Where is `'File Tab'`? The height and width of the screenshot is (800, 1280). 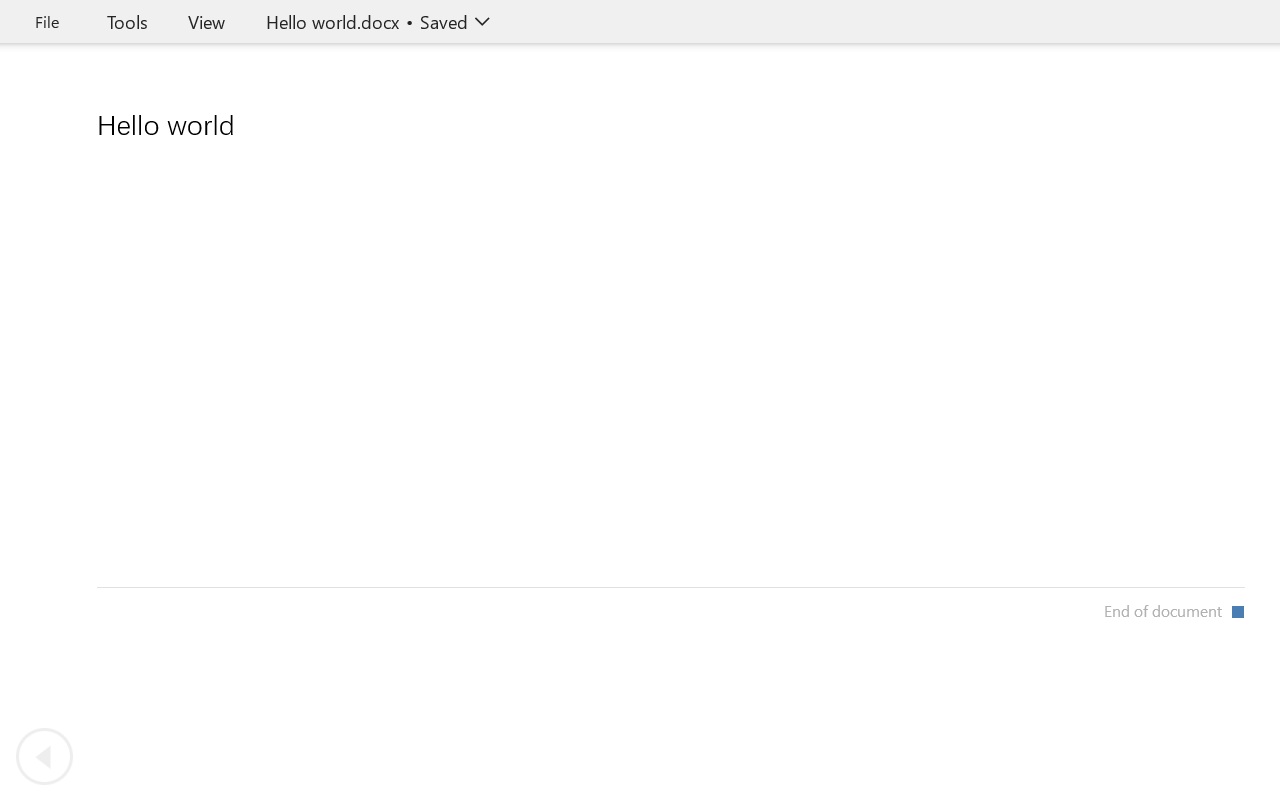
'File Tab' is located at coordinates (46, 21).